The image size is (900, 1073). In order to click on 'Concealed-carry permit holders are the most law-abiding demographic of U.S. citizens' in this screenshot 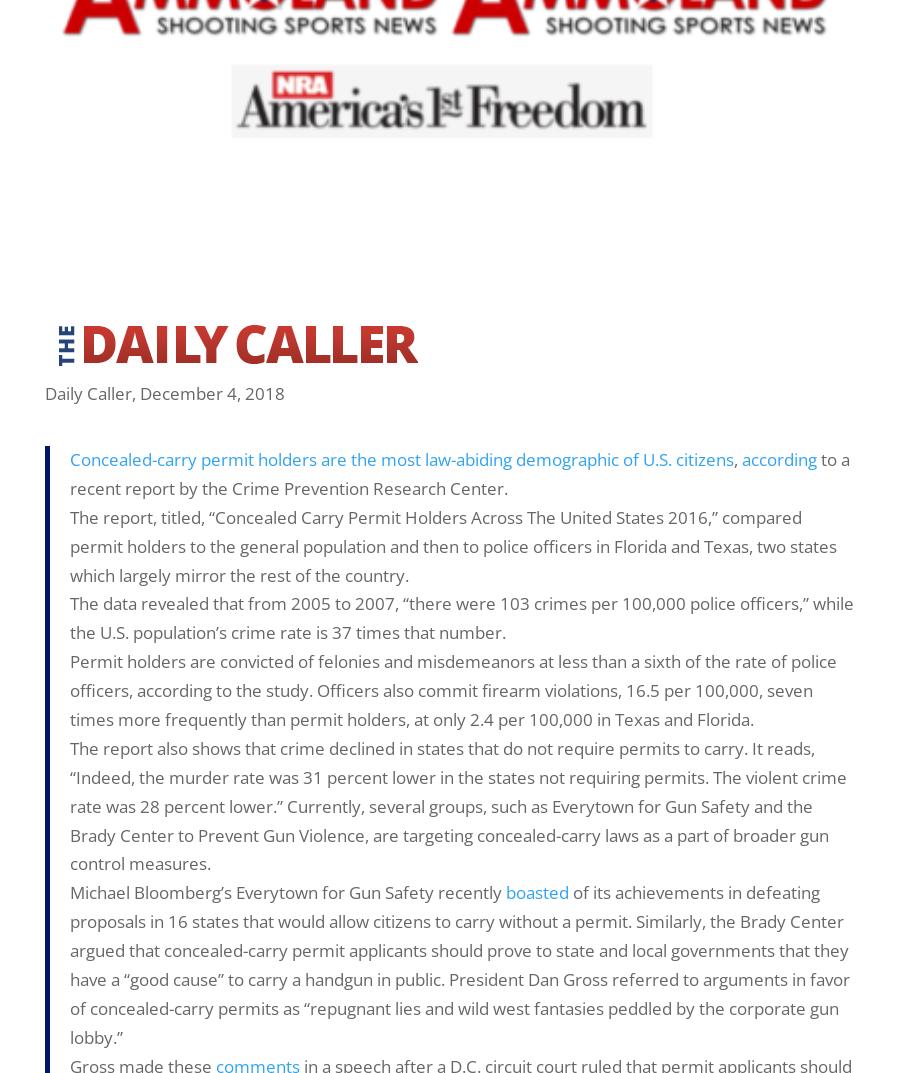, I will do `click(402, 458)`.